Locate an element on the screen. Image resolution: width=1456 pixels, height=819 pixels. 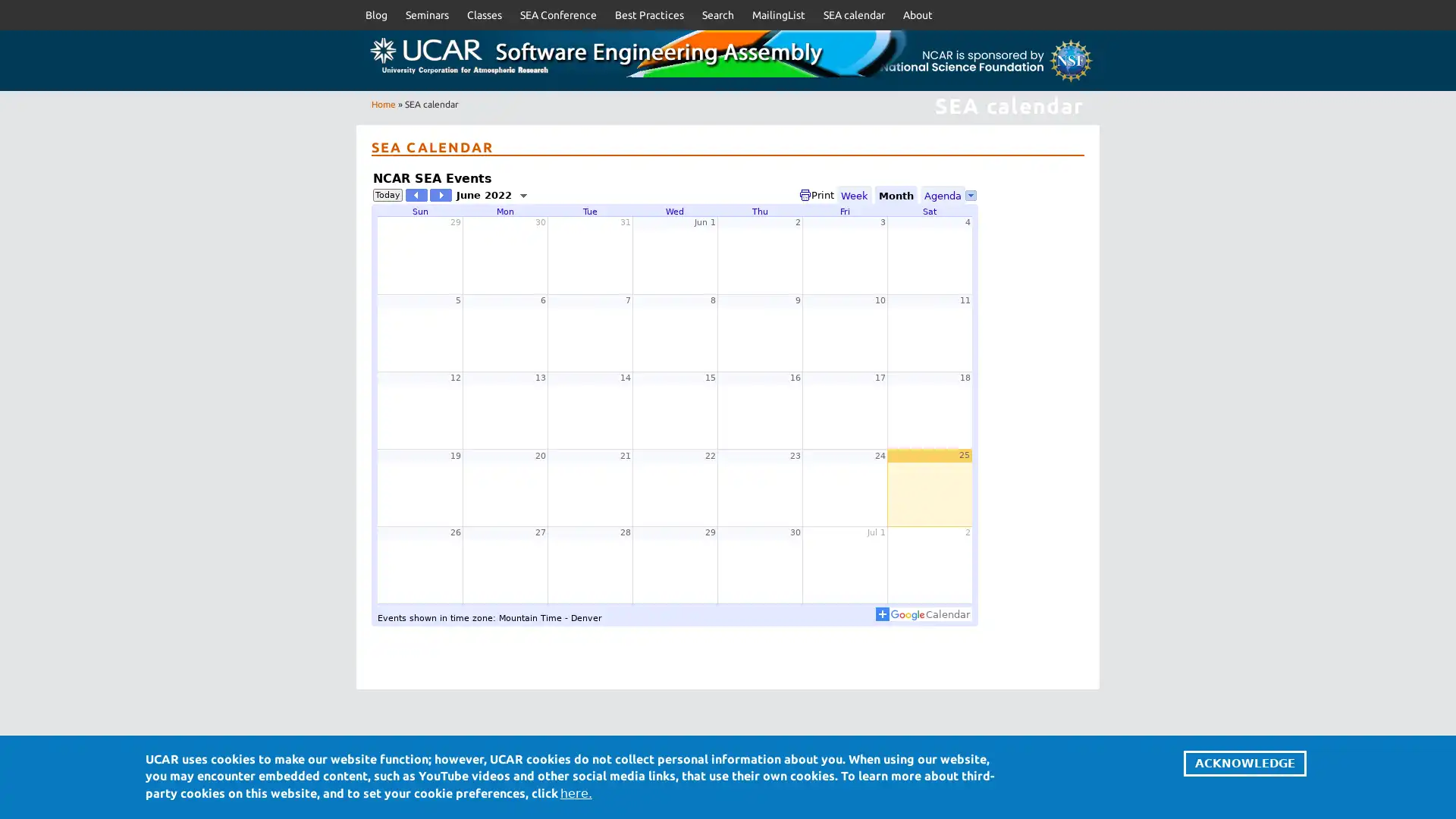
ACKNOWLEDGE is located at coordinates (1244, 763).